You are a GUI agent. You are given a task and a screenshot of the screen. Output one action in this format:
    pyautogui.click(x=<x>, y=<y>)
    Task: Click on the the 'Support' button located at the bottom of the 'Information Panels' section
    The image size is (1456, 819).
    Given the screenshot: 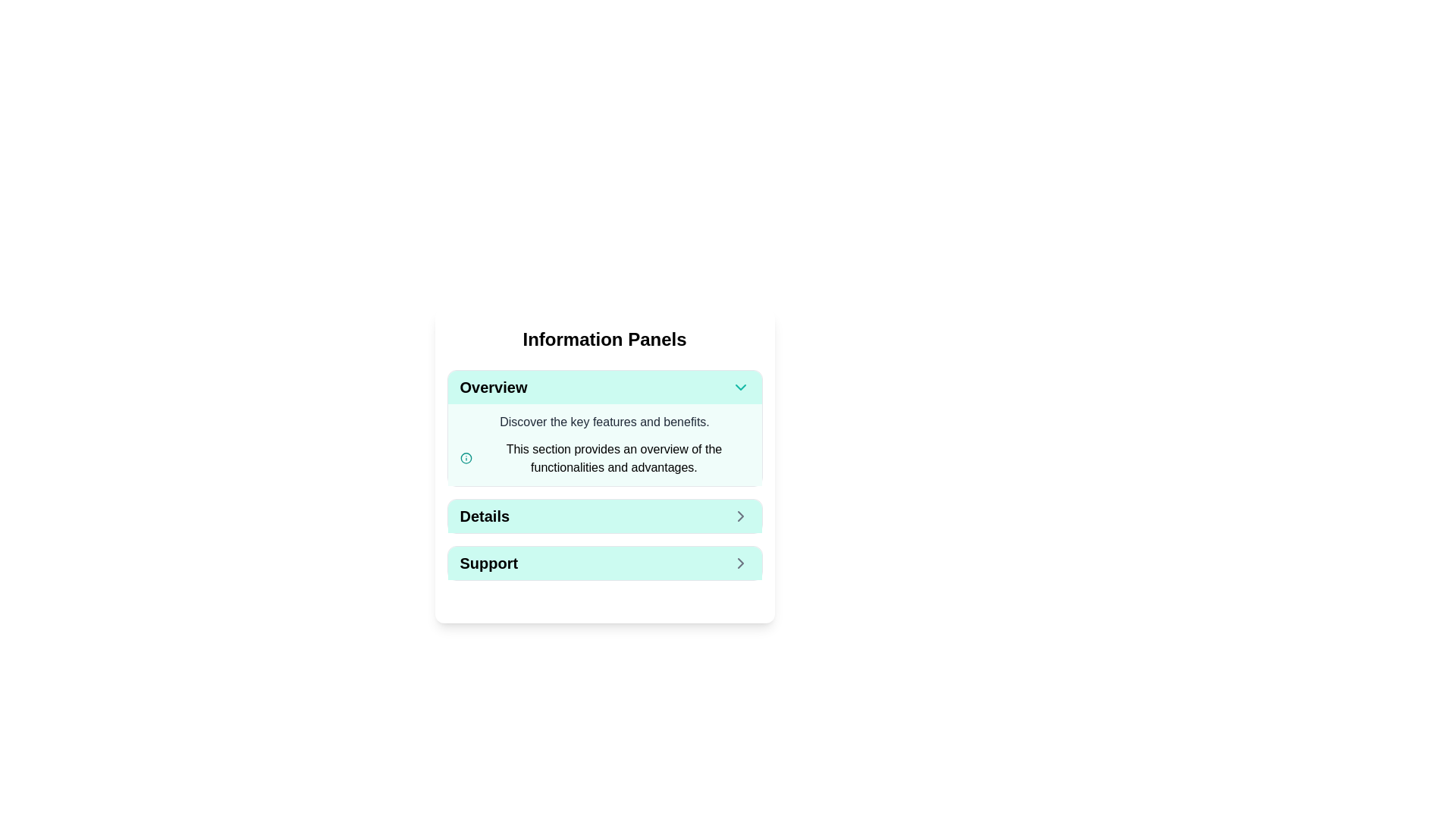 What is the action you would take?
    pyautogui.click(x=604, y=563)
    